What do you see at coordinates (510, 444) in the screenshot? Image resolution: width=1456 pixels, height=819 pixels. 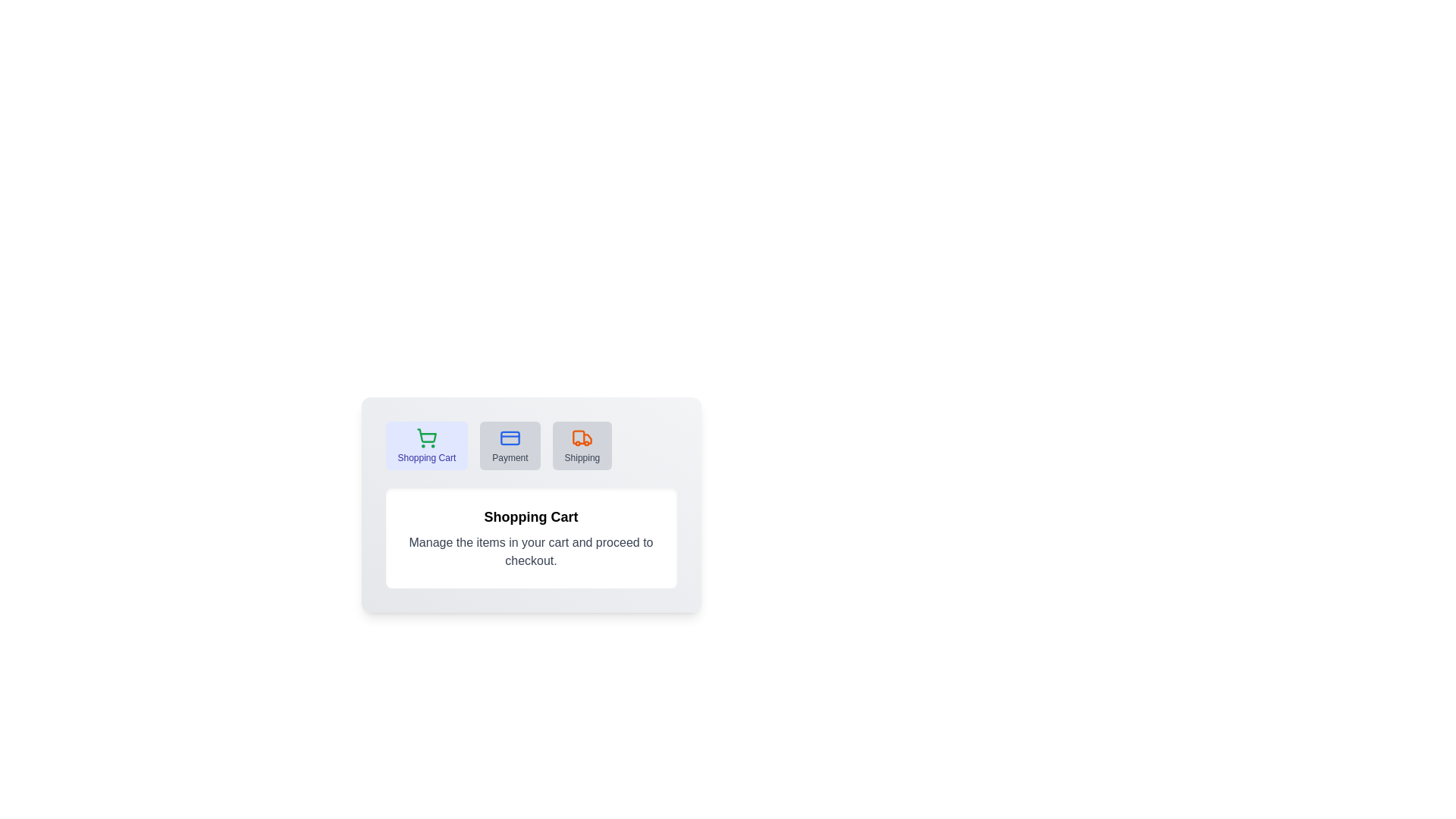 I see `the tab labeled Payment to switch to it` at bounding box center [510, 444].